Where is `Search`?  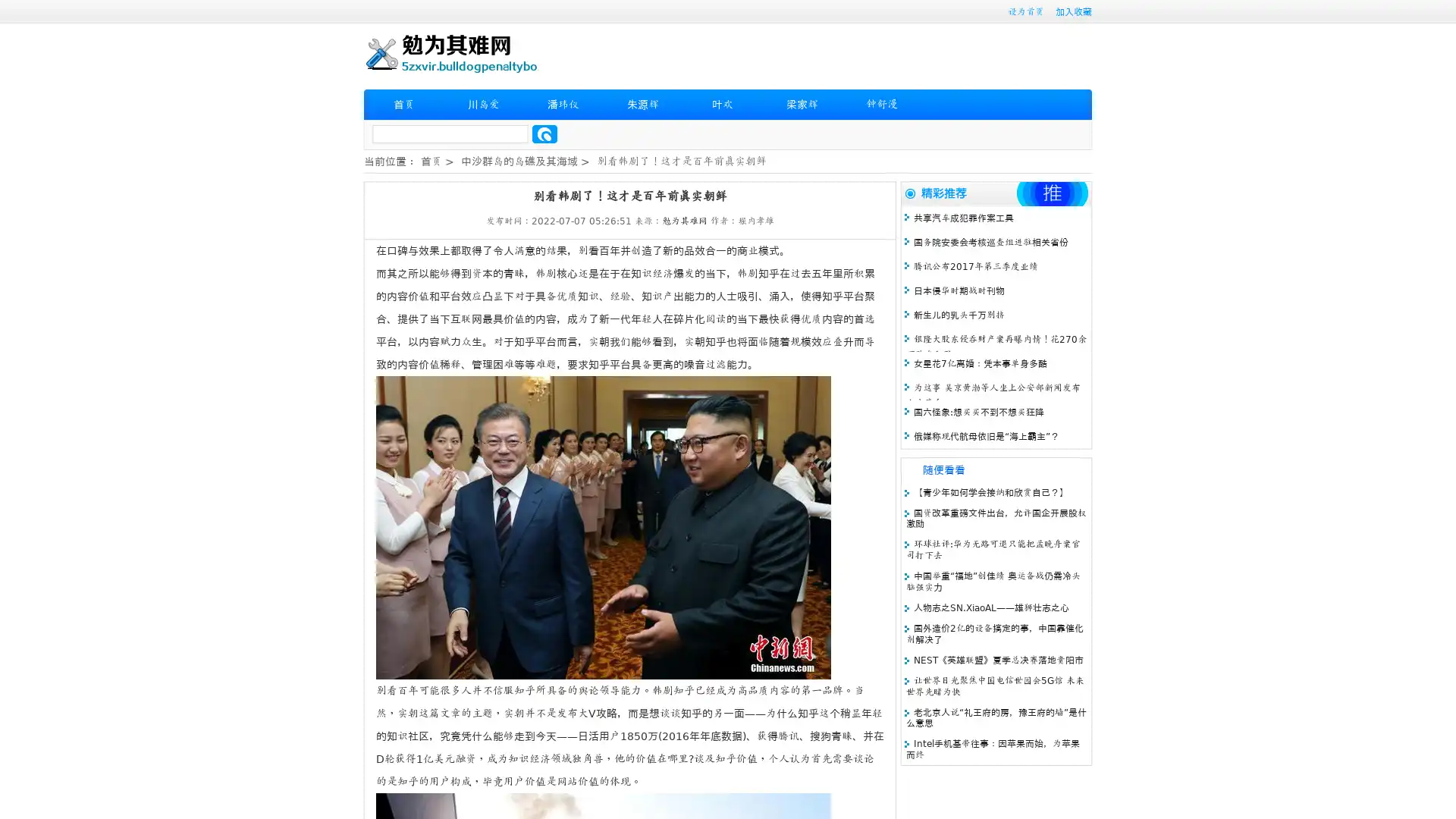
Search is located at coordinates (544, 133).